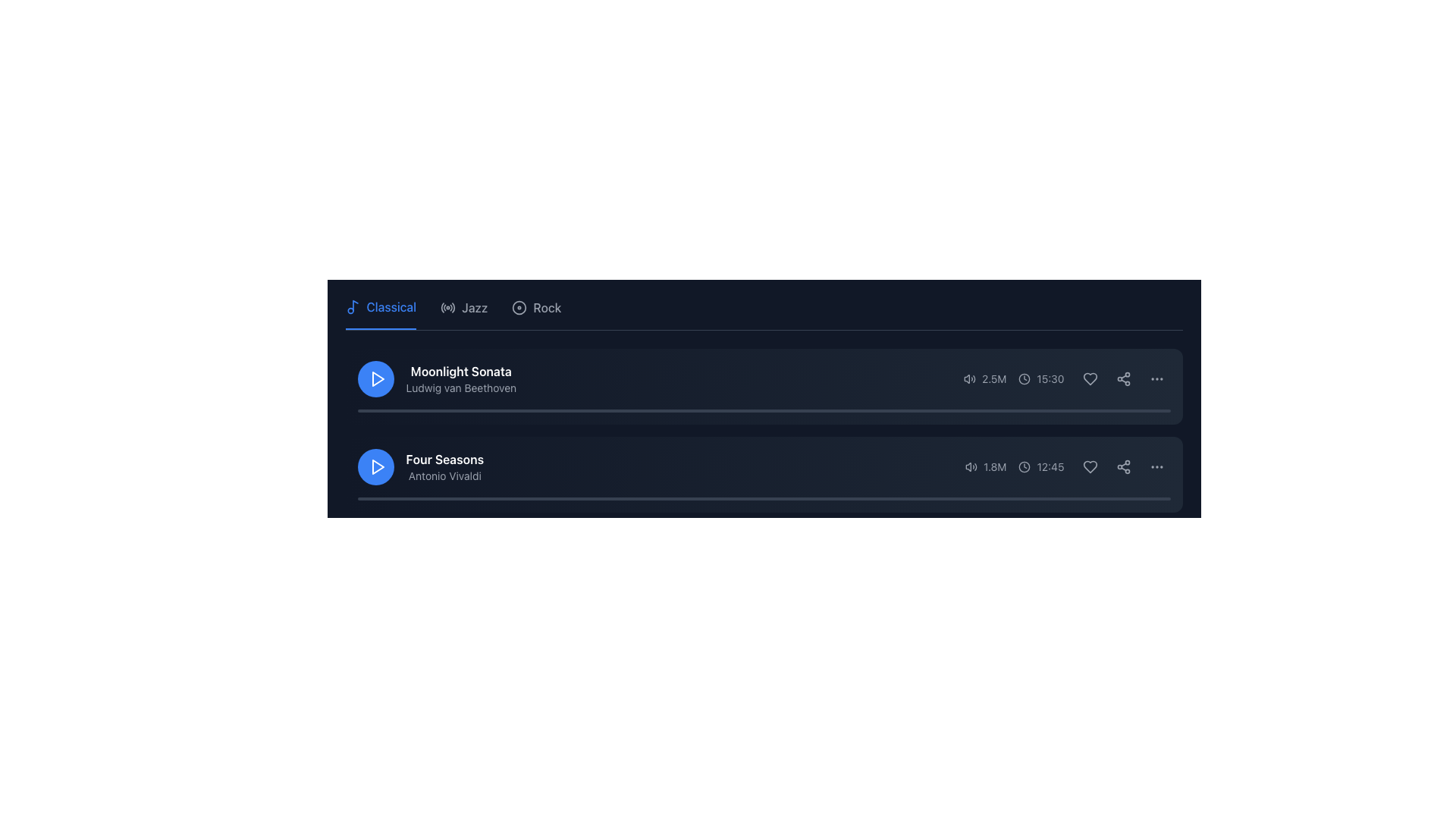  I want to click on the Time display element that visually indicates duration or time, located between the numeric detail '2.5M' and interaction icons such as heart and share button, so click(1040, 378).